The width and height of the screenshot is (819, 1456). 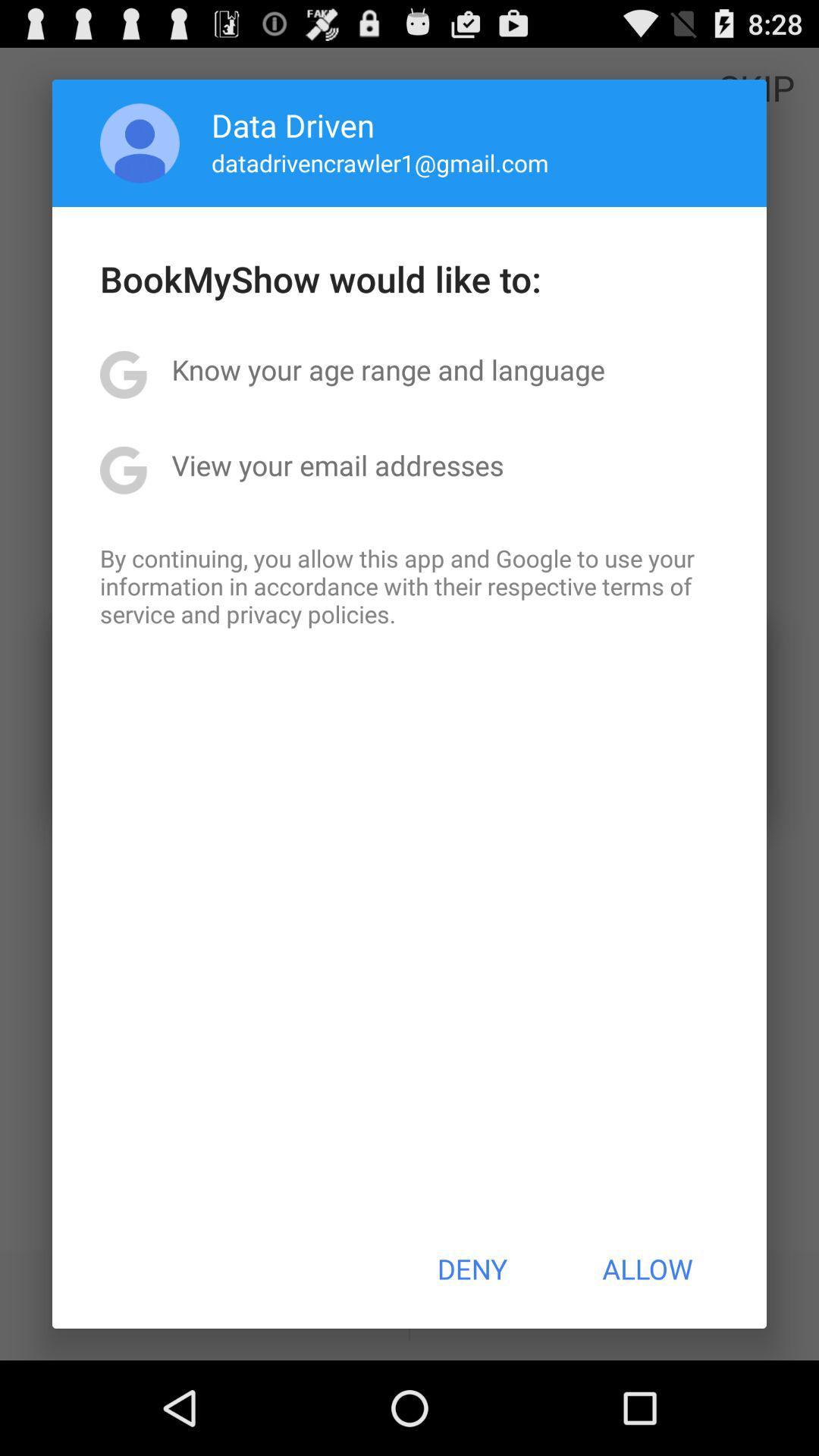 What do you see at coordinates (293, 124) in the screenshot?
I see `data driven app` at bounding box center [293, 124].